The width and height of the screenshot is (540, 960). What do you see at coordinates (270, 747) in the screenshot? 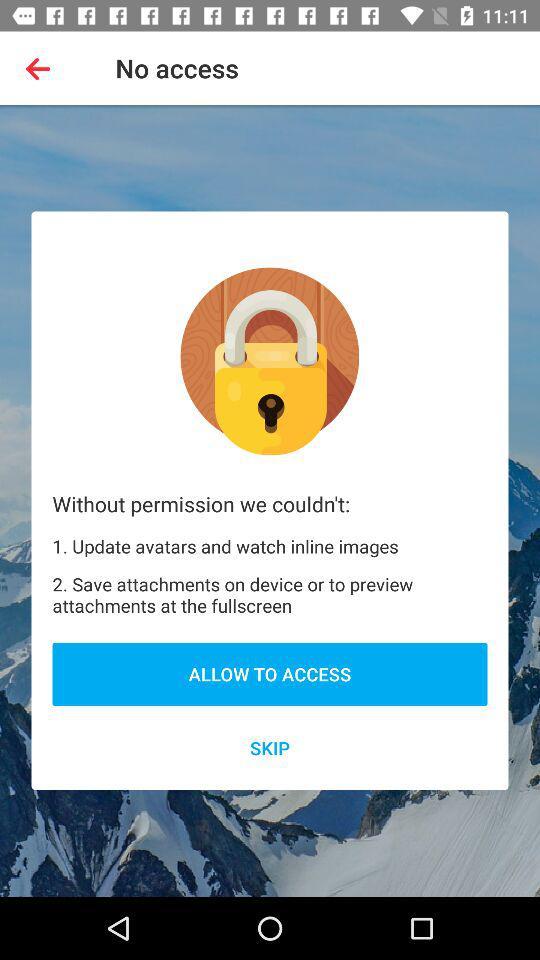
I see `the skip item` at bounding box center [270, 747].